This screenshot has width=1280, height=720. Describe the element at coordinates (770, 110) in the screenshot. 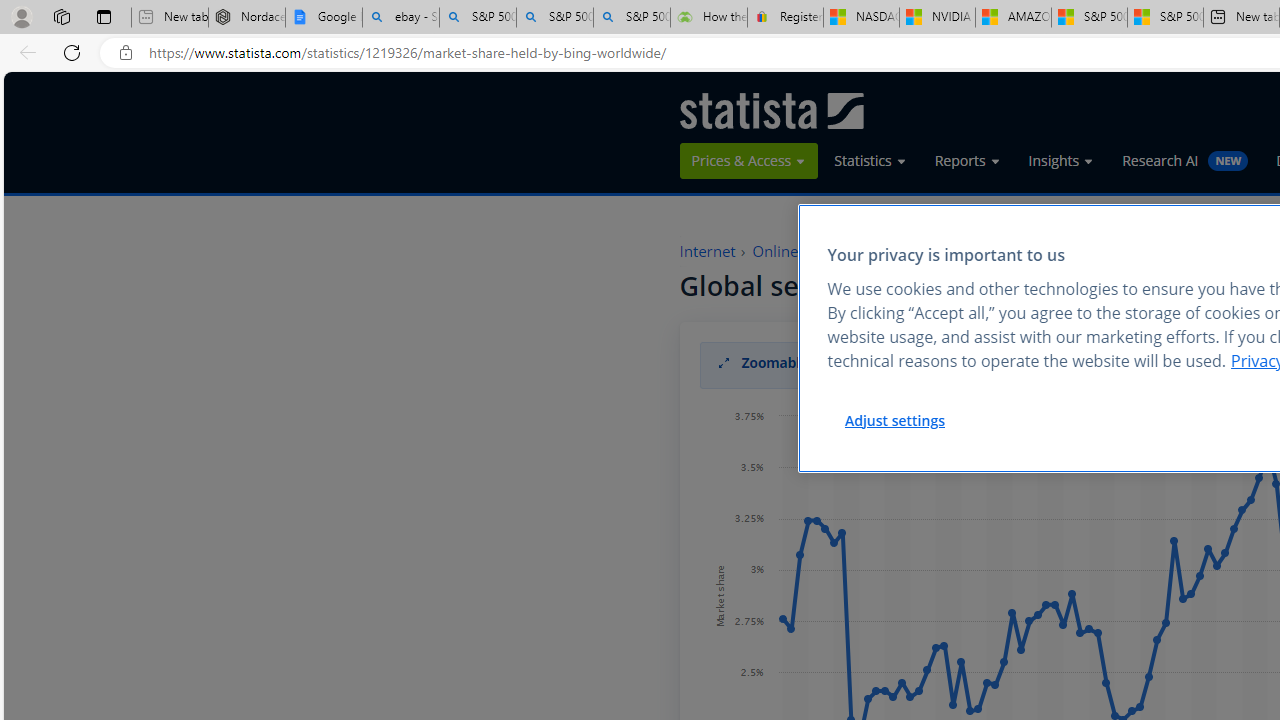

I see `'Statista Homepage'` at that location.